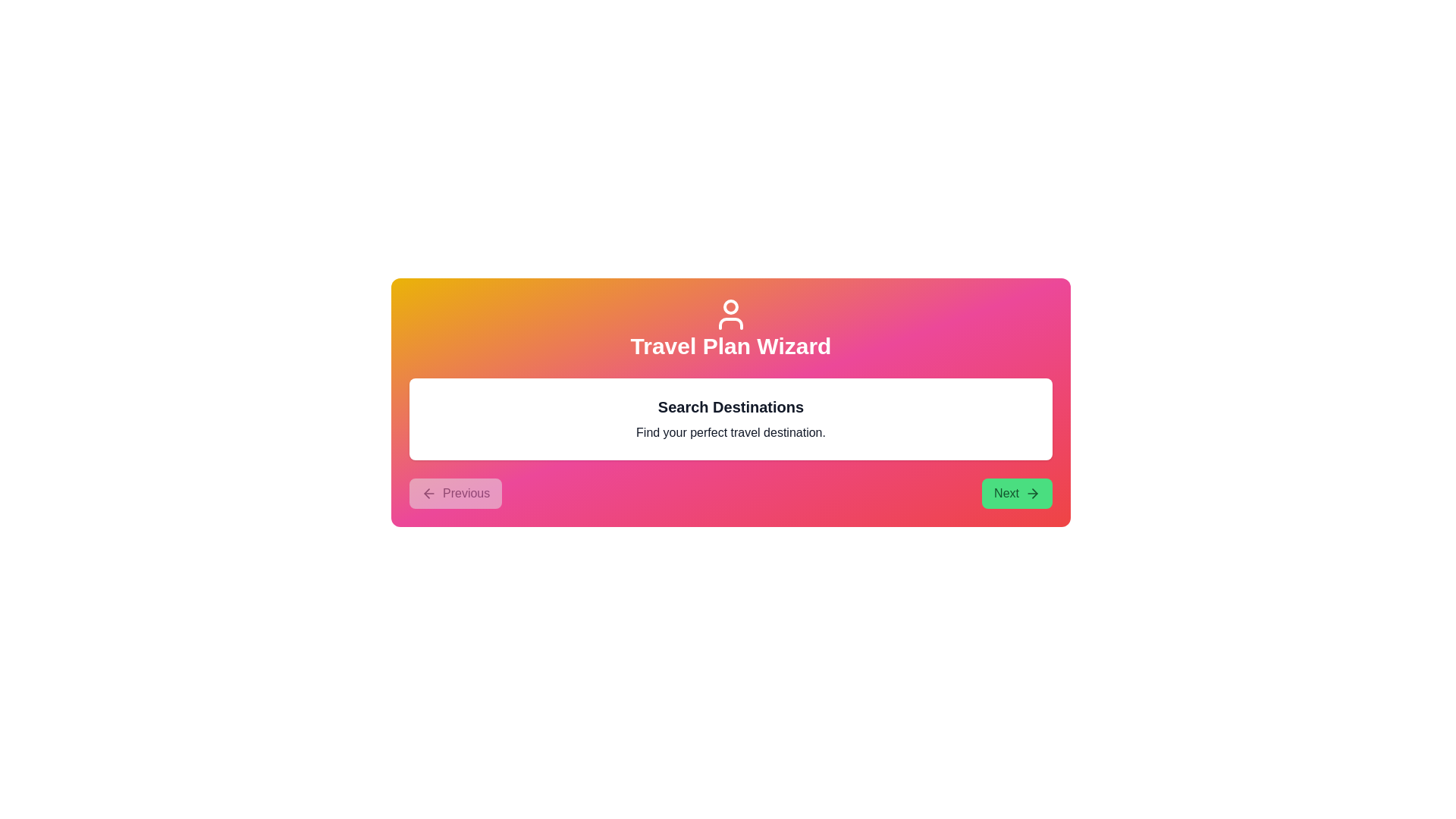  Describe the element at coordinates (731, 406) in the screenshot. I see `the Text Label that serves as a header for the section, located above the text 'Find your perfect travel destination.' and aligned below 'Travel Plan Wizard'` at that location.